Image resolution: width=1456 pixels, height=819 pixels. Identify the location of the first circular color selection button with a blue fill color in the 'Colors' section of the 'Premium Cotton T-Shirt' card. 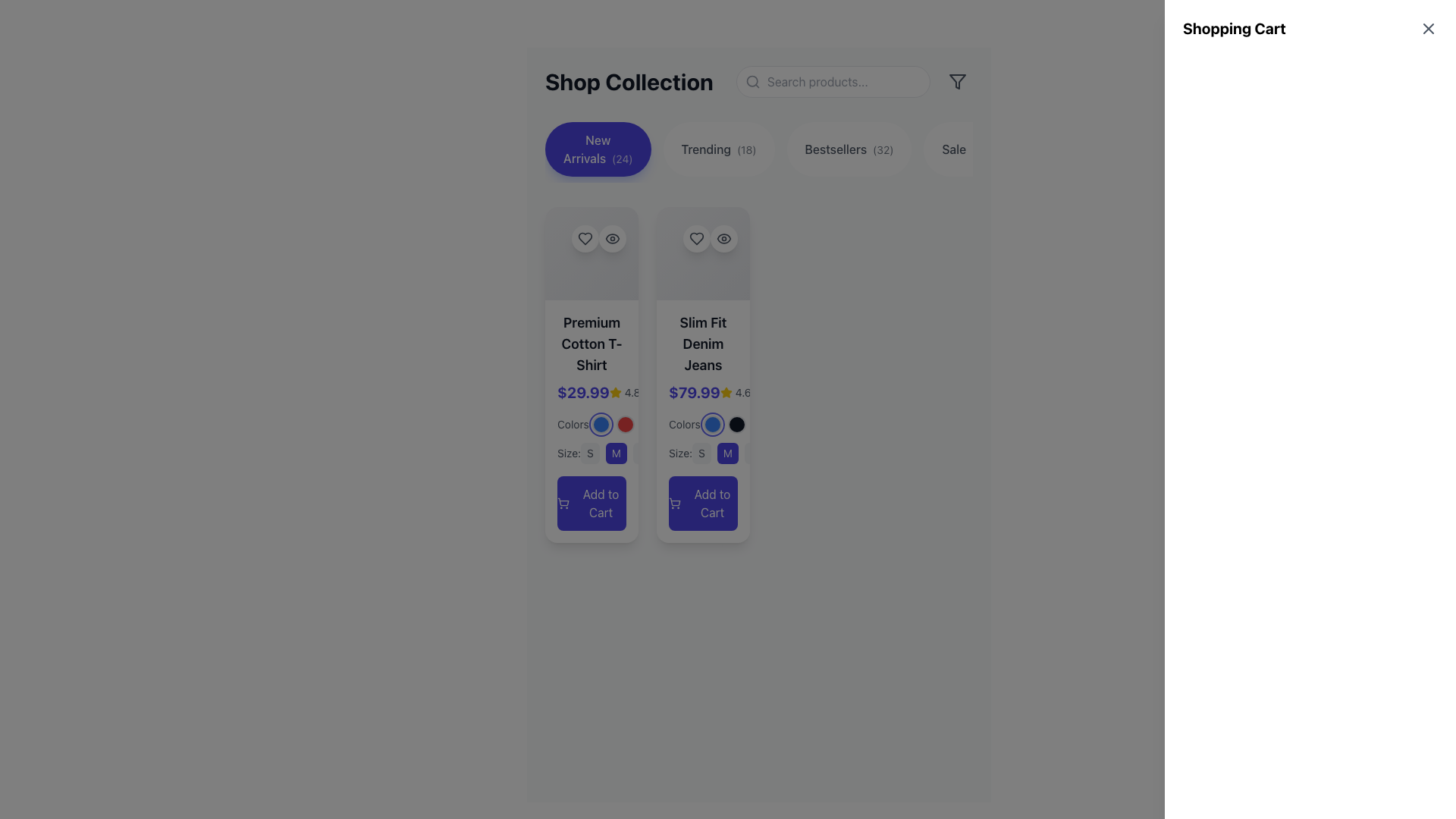
(600, 424).